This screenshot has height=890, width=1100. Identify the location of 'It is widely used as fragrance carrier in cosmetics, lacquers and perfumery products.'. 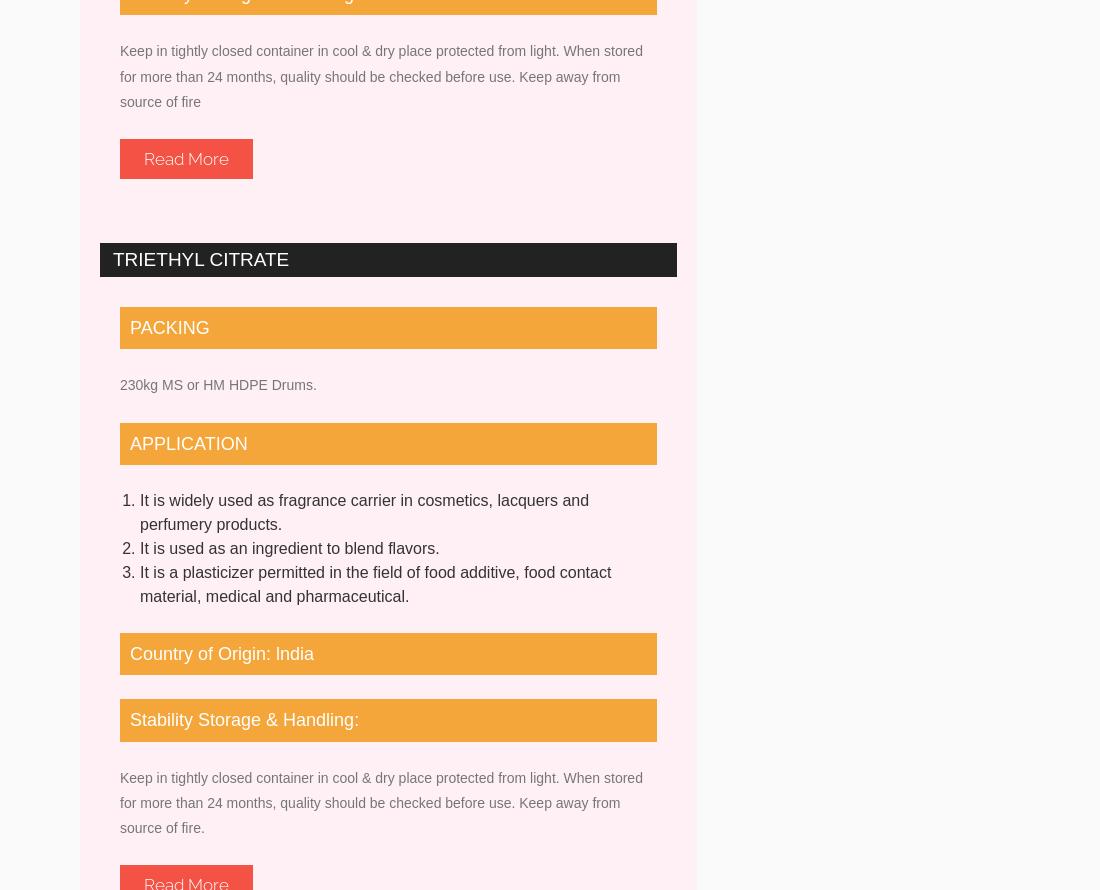
(364, 511).